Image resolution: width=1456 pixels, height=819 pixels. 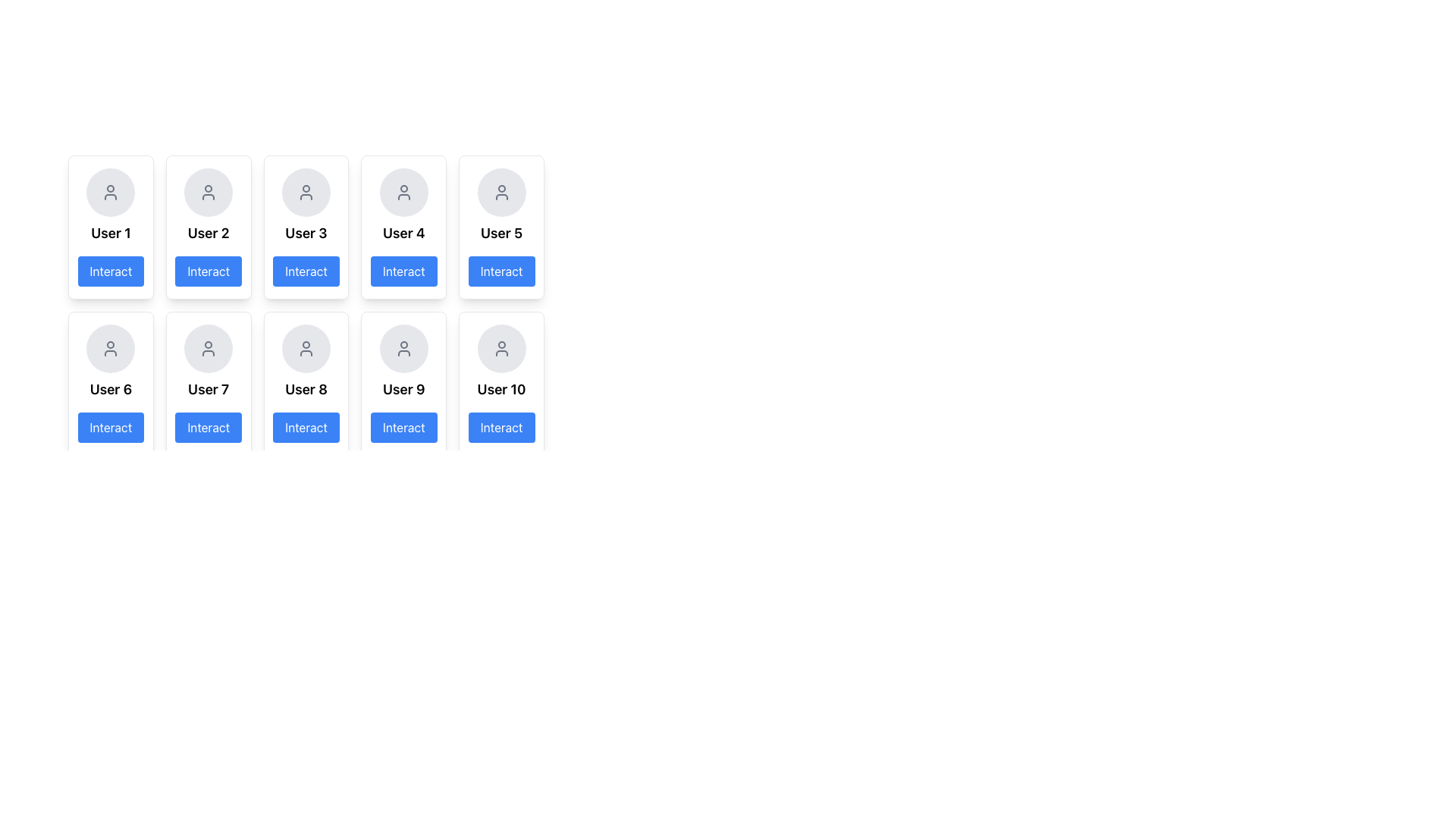 I want to click on the details of the user icon representing 'User 1', which is a circular gray icon depicting a user, located at the top-left corner of the user card, so click(x=110, y=192).